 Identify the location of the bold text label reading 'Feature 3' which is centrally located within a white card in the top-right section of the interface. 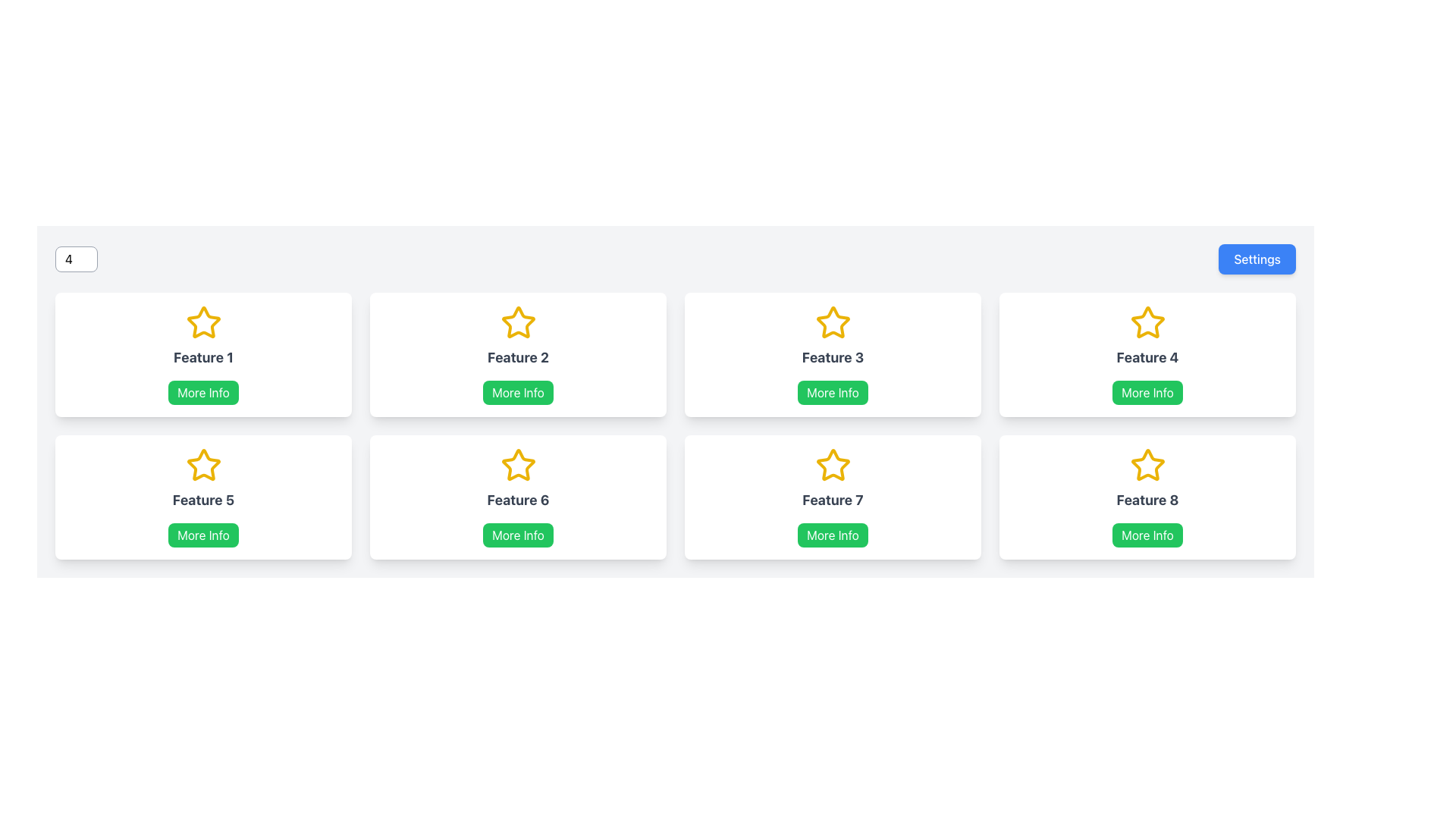
(832, 357).